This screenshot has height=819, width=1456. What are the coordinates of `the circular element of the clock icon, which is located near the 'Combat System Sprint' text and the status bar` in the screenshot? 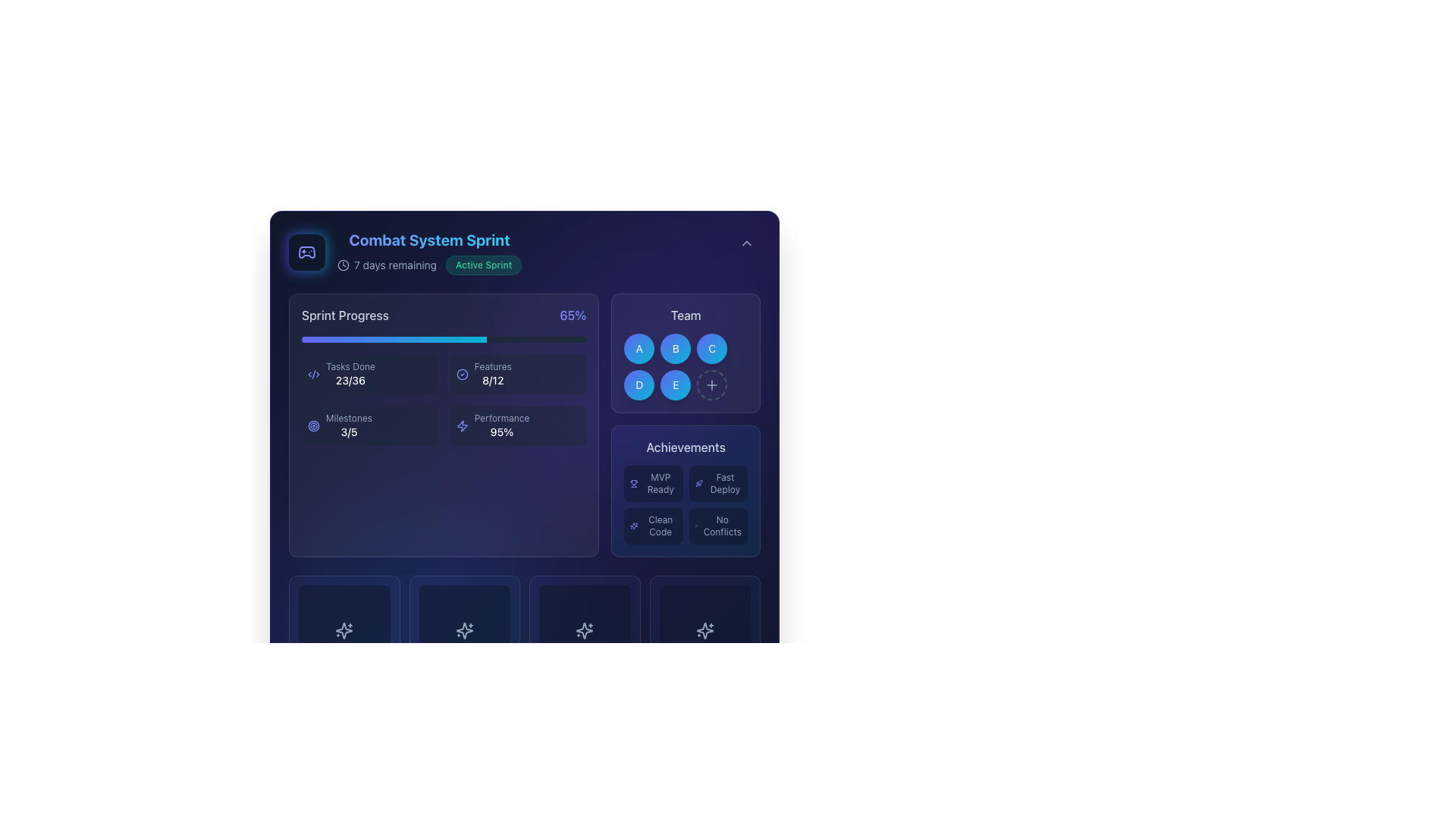 It's located at (342, 265).